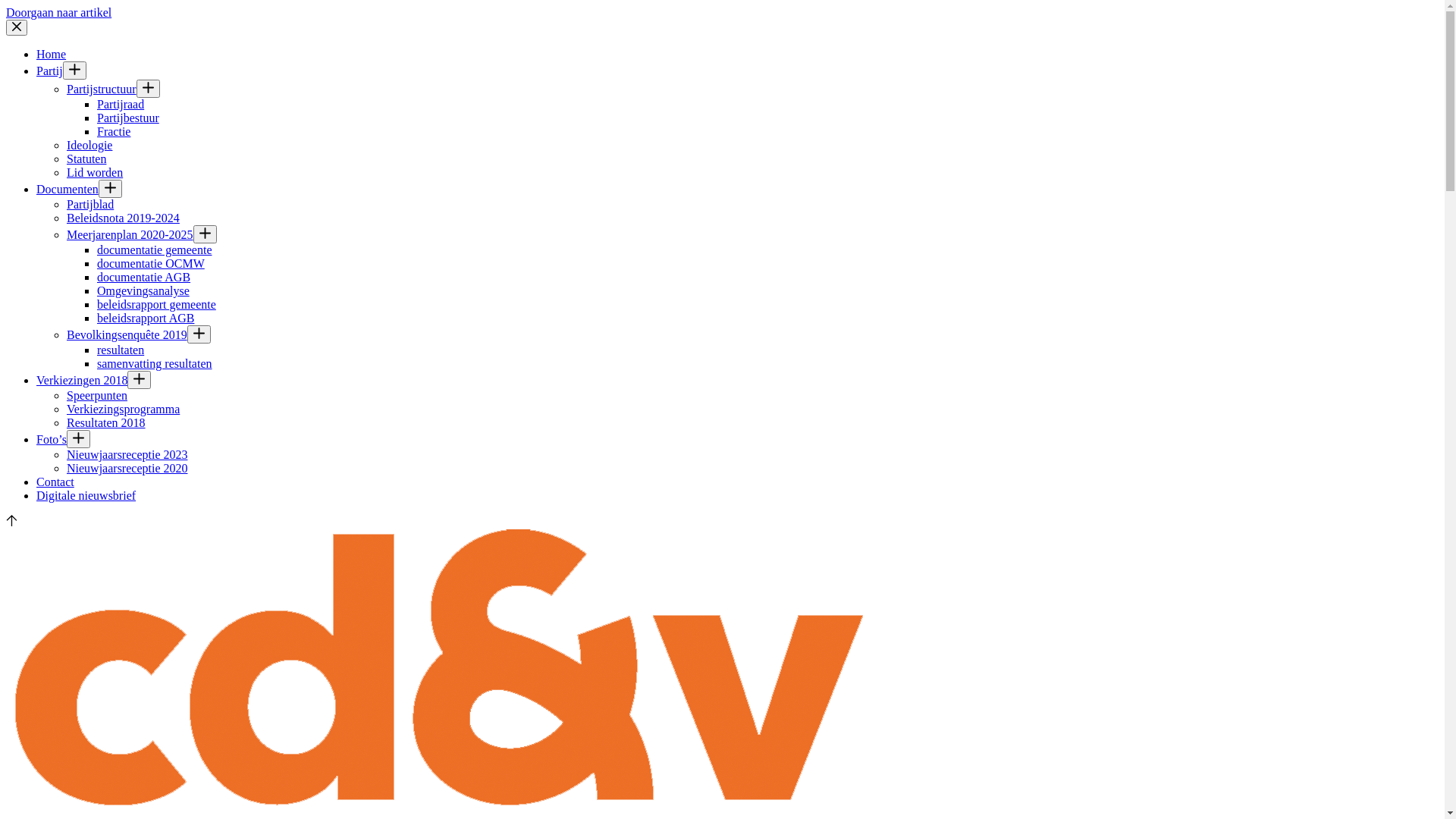 The width and height of the screenshot is (1456, 819). I want to click on 'Documenten', so click(67, 188).